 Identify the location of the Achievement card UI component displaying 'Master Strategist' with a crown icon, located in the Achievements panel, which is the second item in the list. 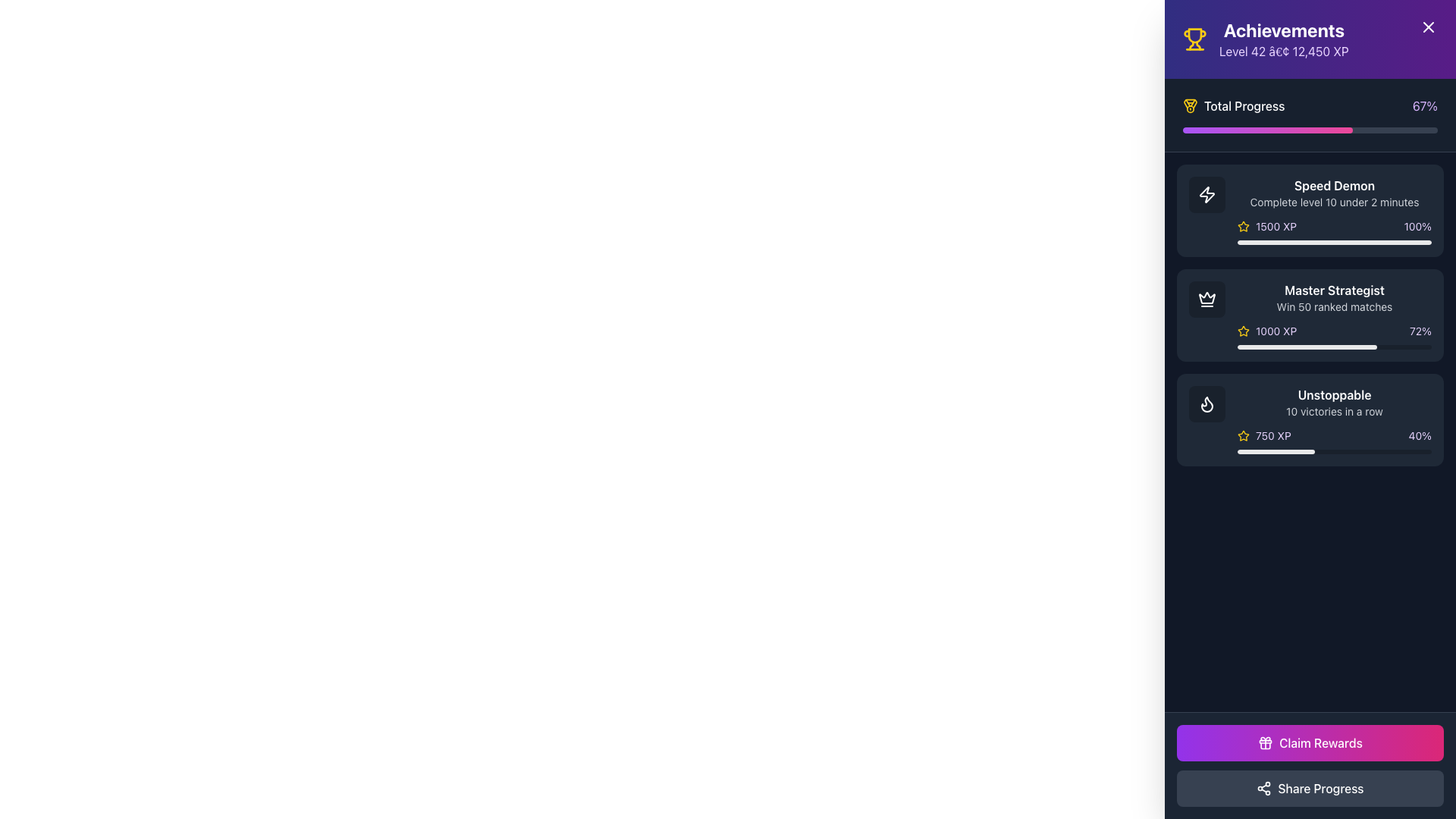
(1310, 315).